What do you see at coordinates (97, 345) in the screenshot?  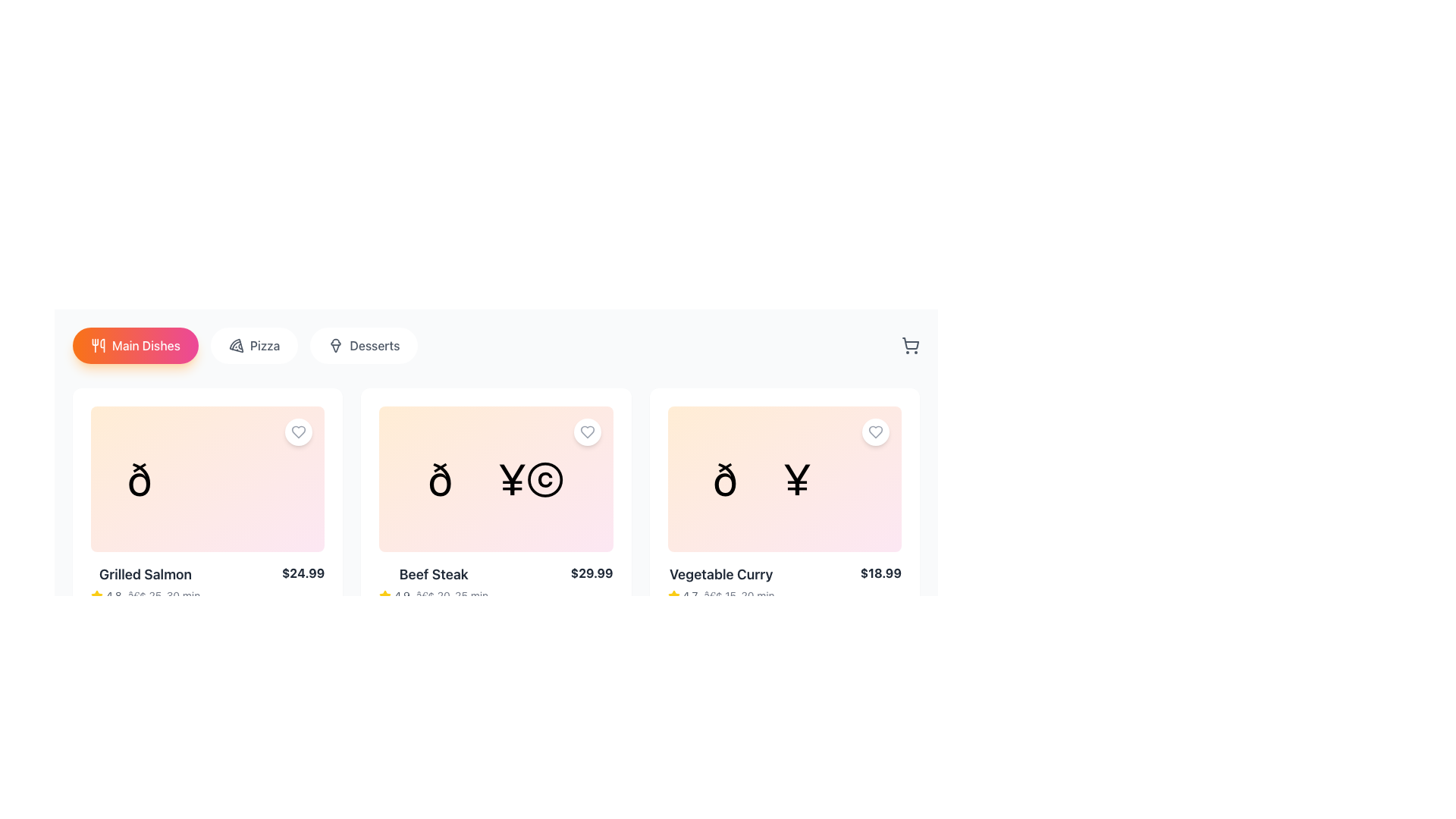 I see `the icon within the 'Main Dishes' button, which is located on the left side of the button and depicts utensils` at bounding box center [97, 345].